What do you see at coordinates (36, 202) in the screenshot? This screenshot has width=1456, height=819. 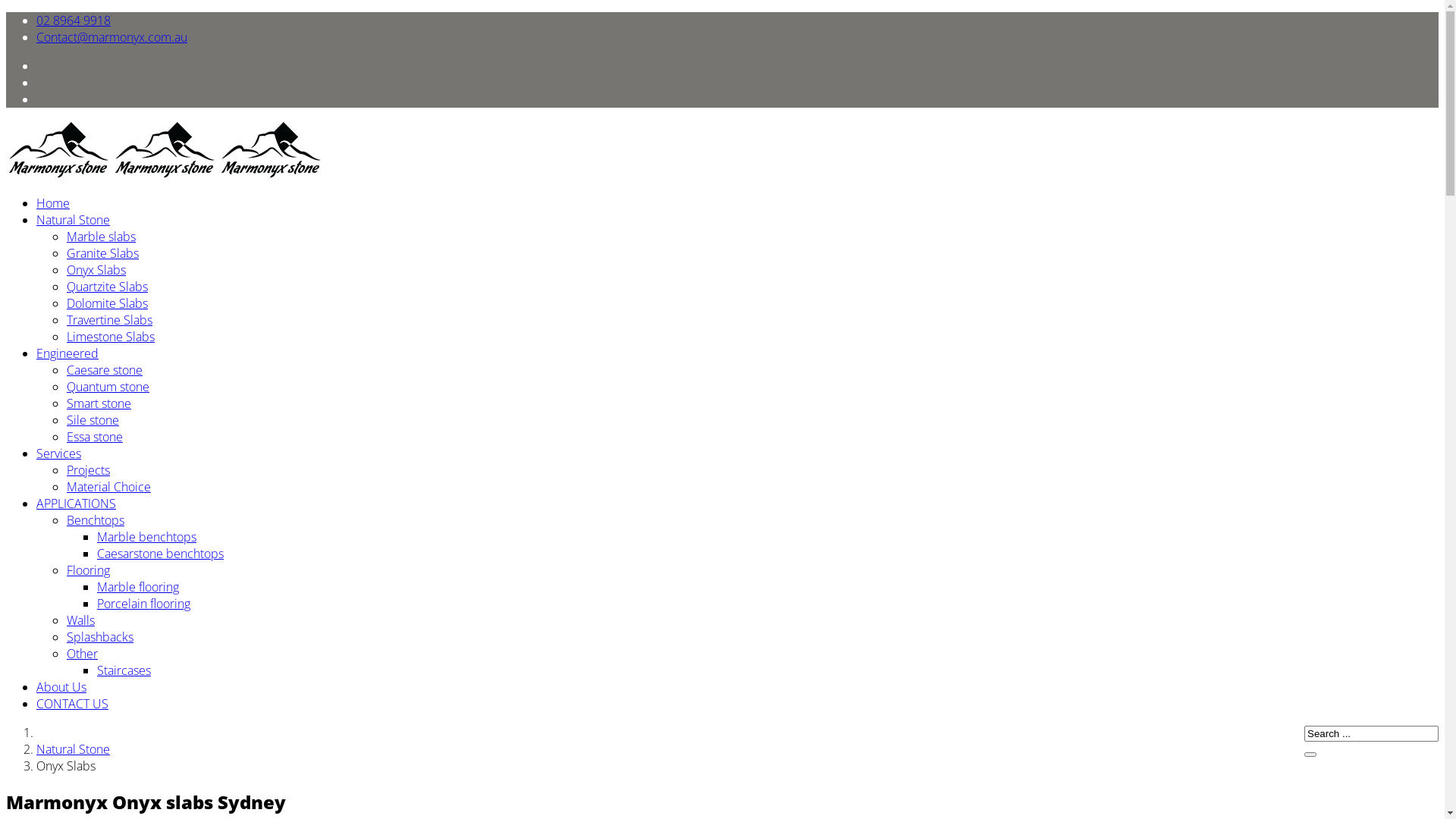 I see `'Home'` at bounding box center [36, 202].